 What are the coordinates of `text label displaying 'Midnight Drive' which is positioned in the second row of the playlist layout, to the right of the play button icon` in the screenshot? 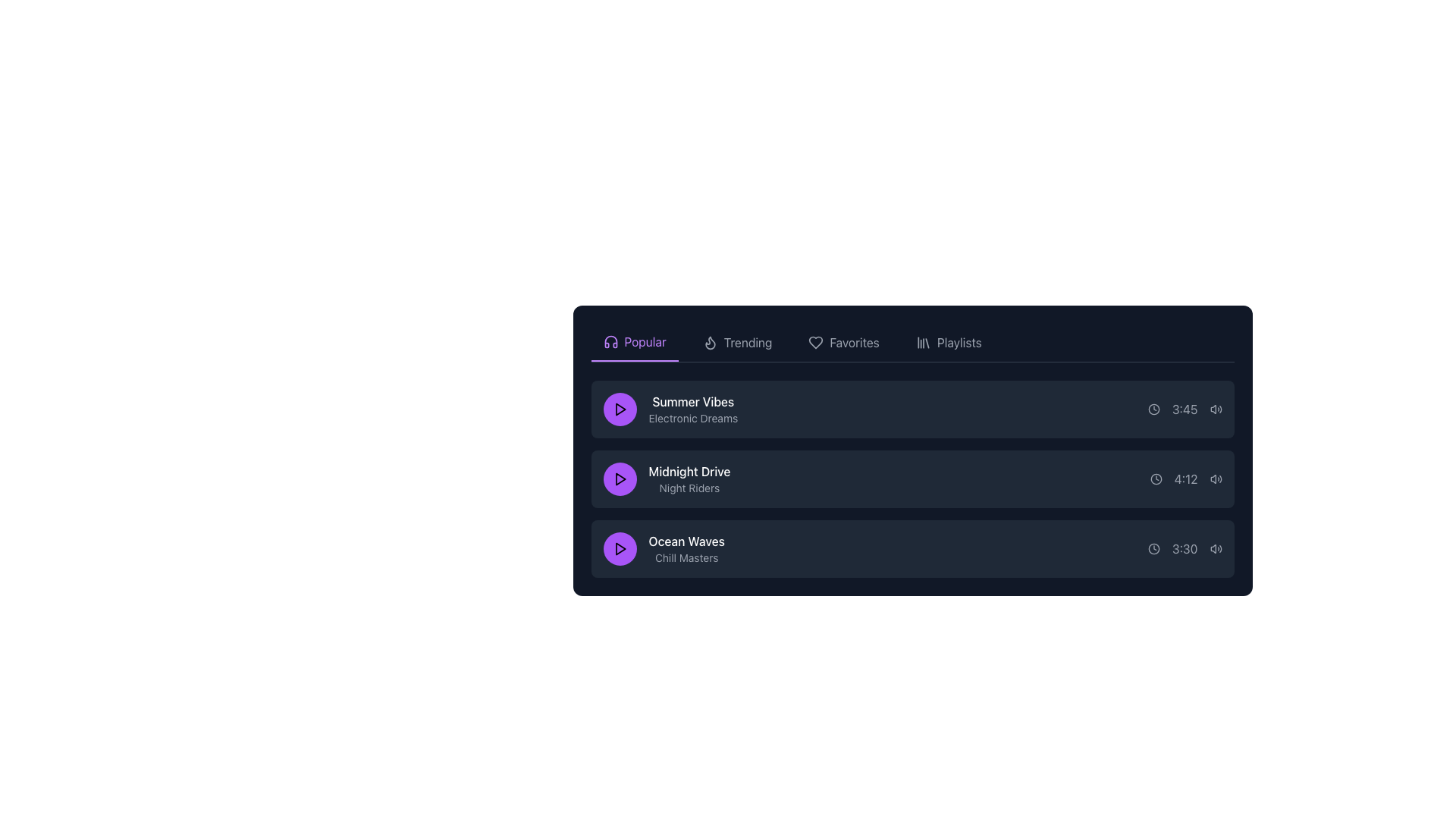 It's located at (689, 470).